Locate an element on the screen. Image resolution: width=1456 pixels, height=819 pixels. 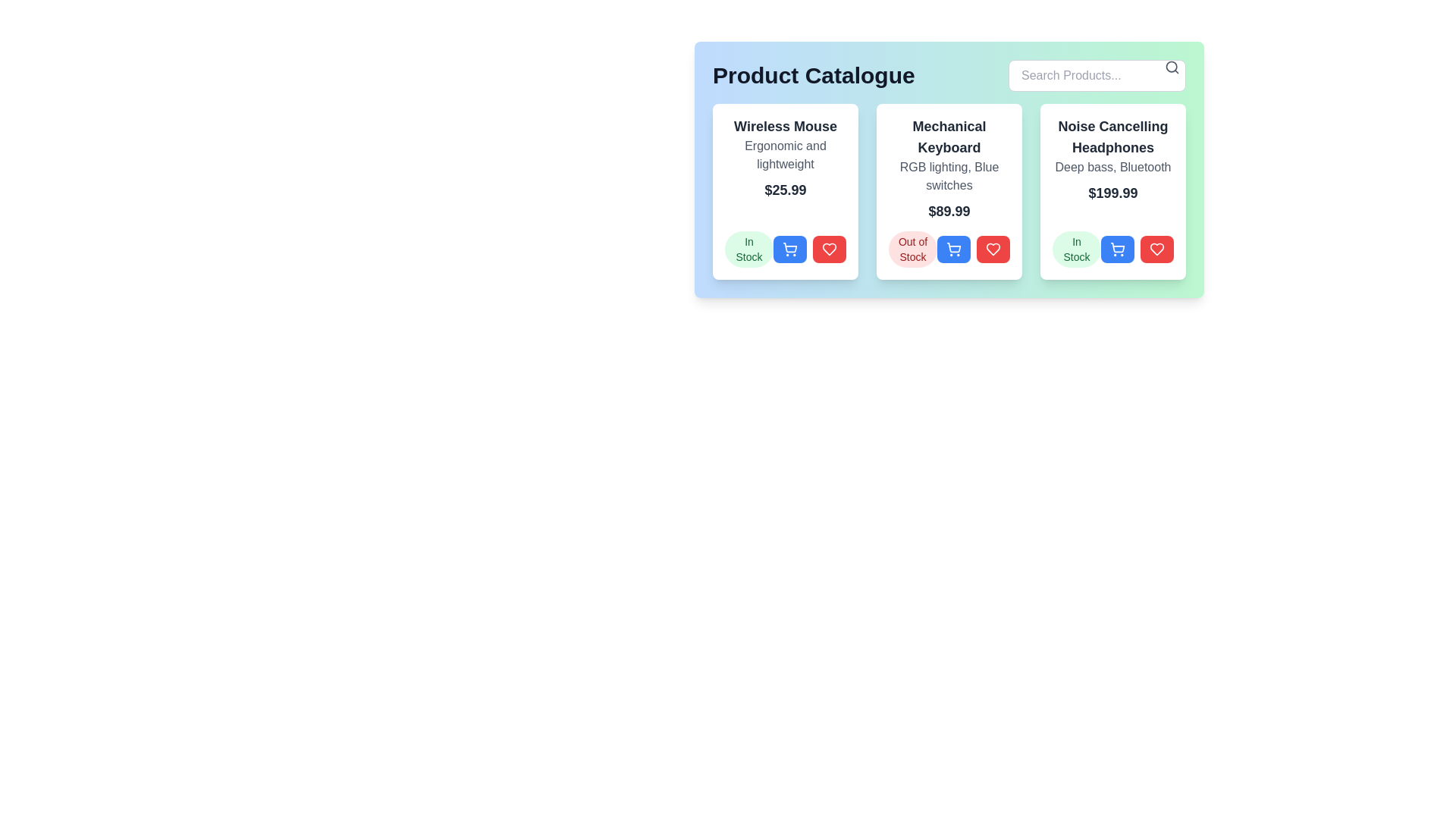
product information displayed in the textual presentation element titled 'Noise Cancelling Headphones', which includes the subtext 'Deep bass, Bluetooth' and the price label '$199.99' is located at coordinates (1113, 160).